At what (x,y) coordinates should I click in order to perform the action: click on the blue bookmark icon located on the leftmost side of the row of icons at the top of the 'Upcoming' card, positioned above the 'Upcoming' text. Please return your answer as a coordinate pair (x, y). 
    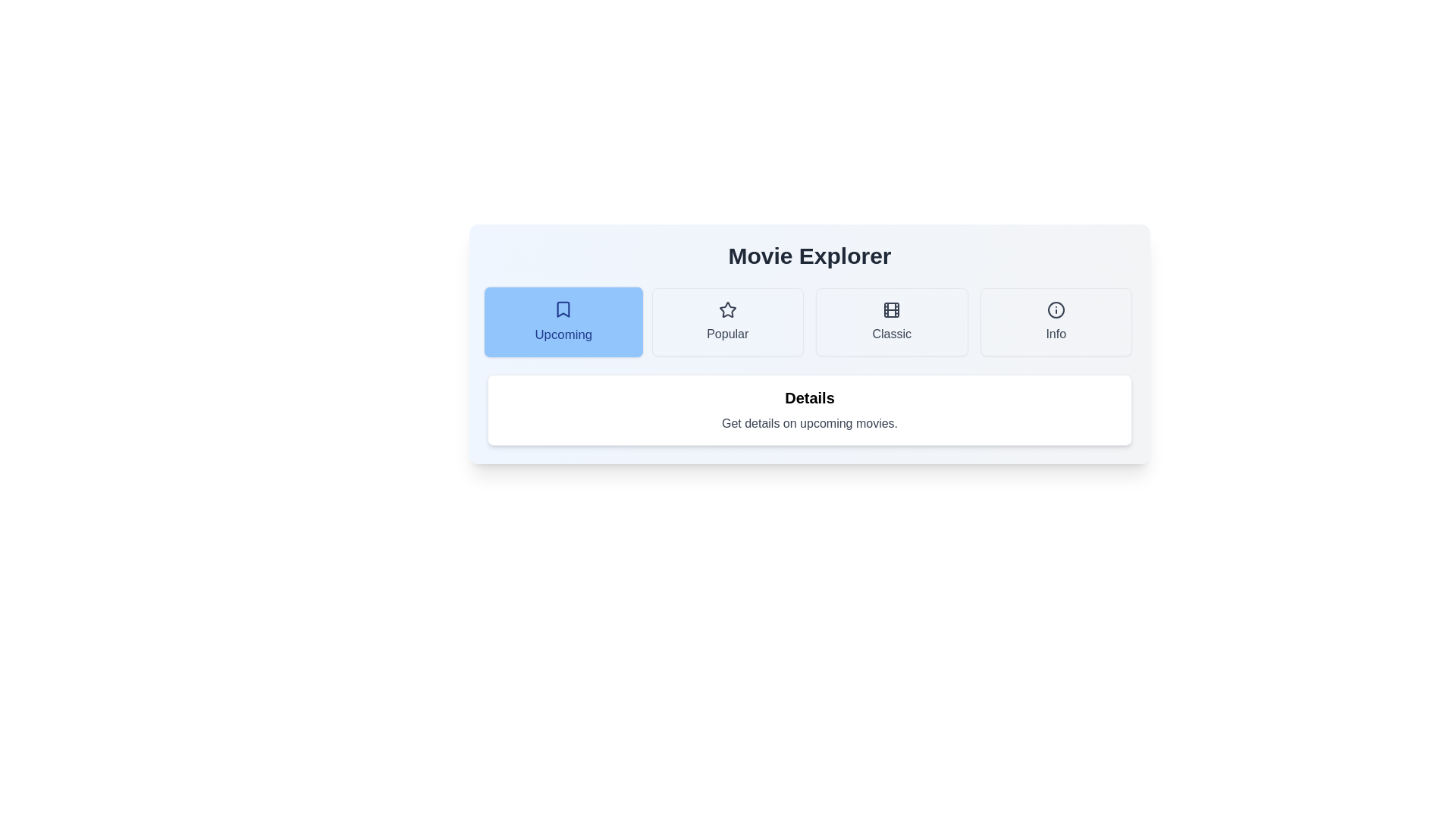
    Looking at the image, I should click on (563, 309).